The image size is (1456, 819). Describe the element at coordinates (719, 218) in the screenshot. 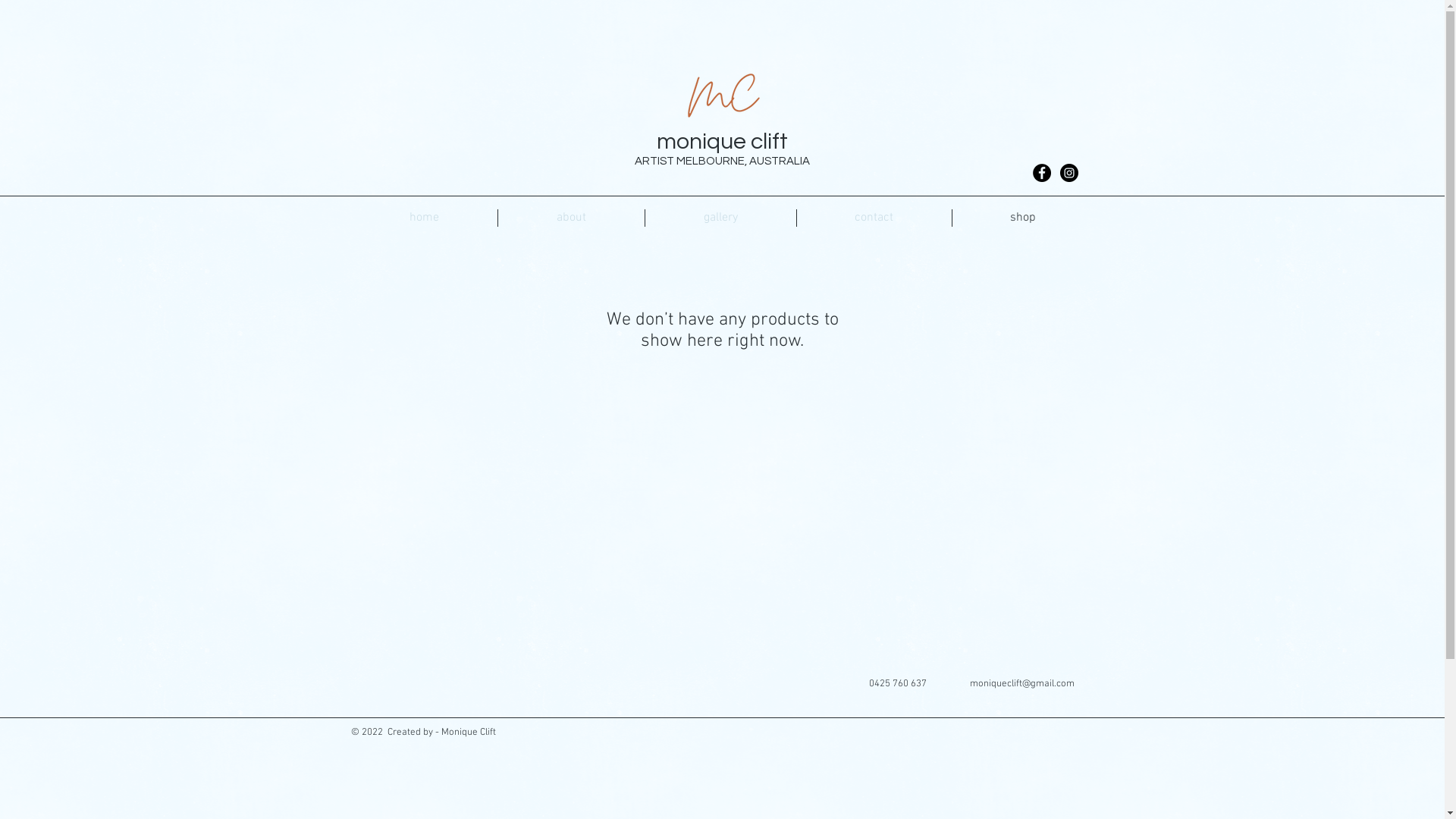

I see `'gallery'` at that location.